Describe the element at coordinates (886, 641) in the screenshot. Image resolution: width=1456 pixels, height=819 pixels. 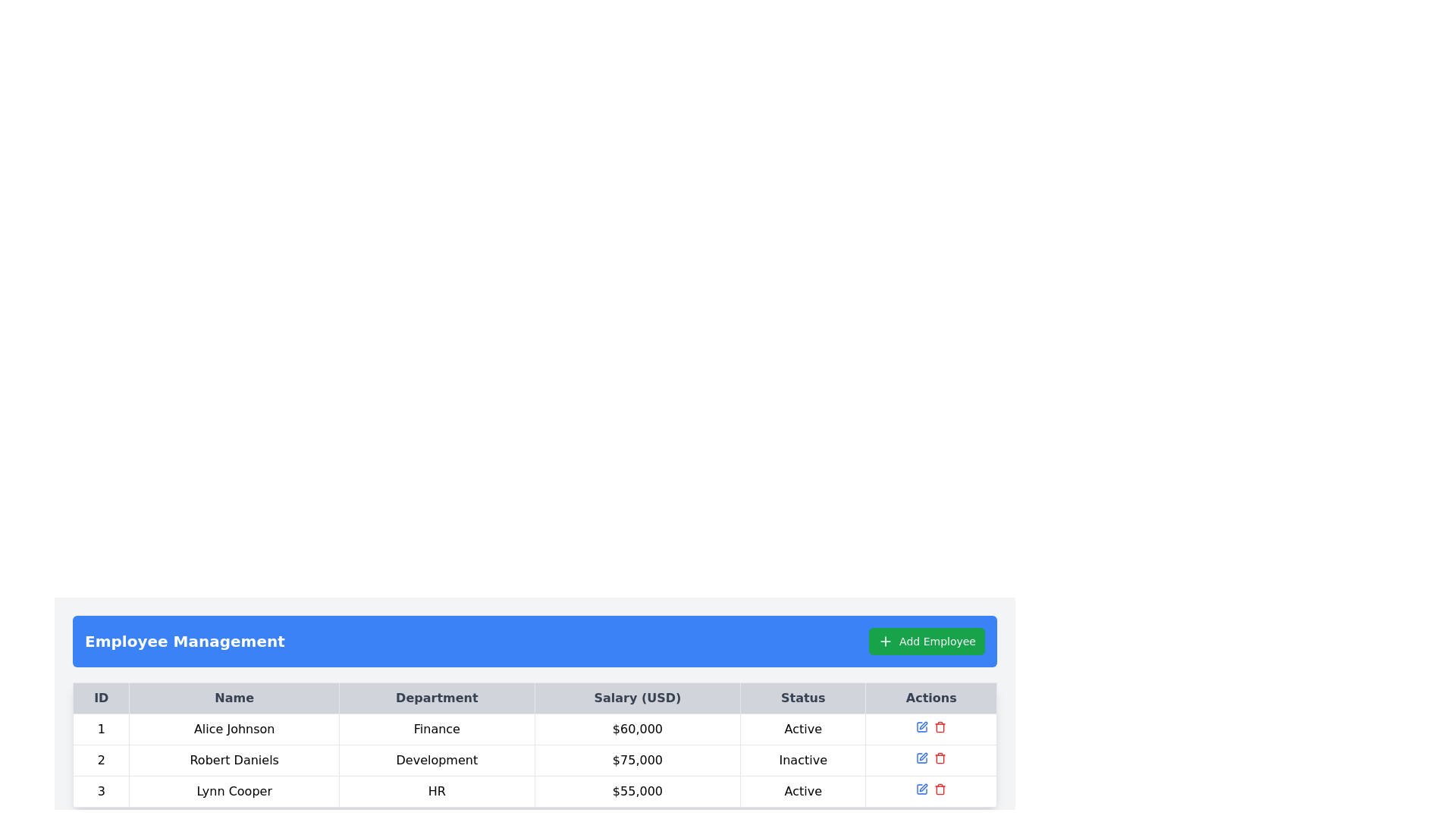
I see `the green button labeled 'Add Employee' located in the top-right corner of the interface` at that location.